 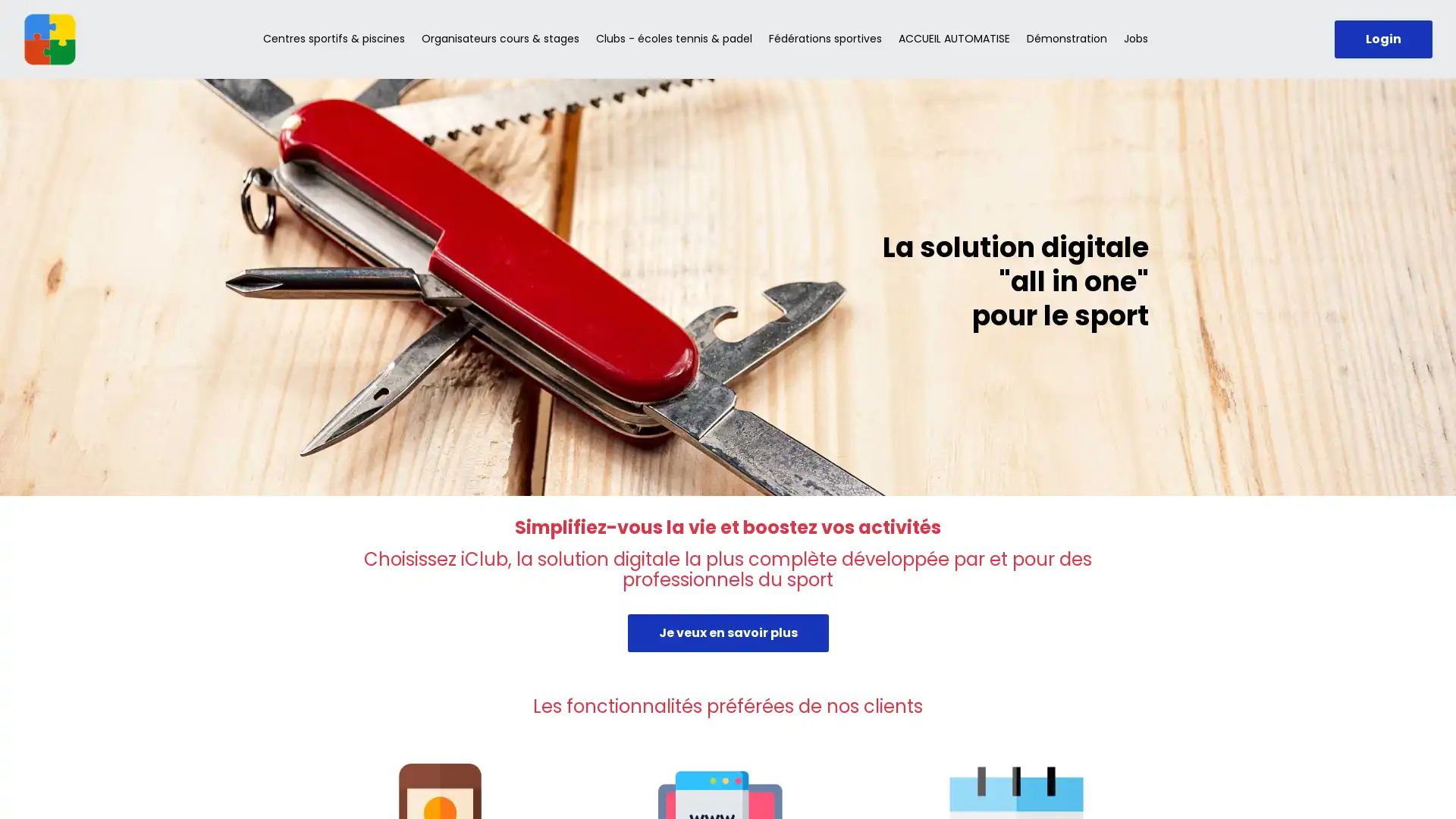 I want to click on Demonstration, so click(x=1065, y=38).